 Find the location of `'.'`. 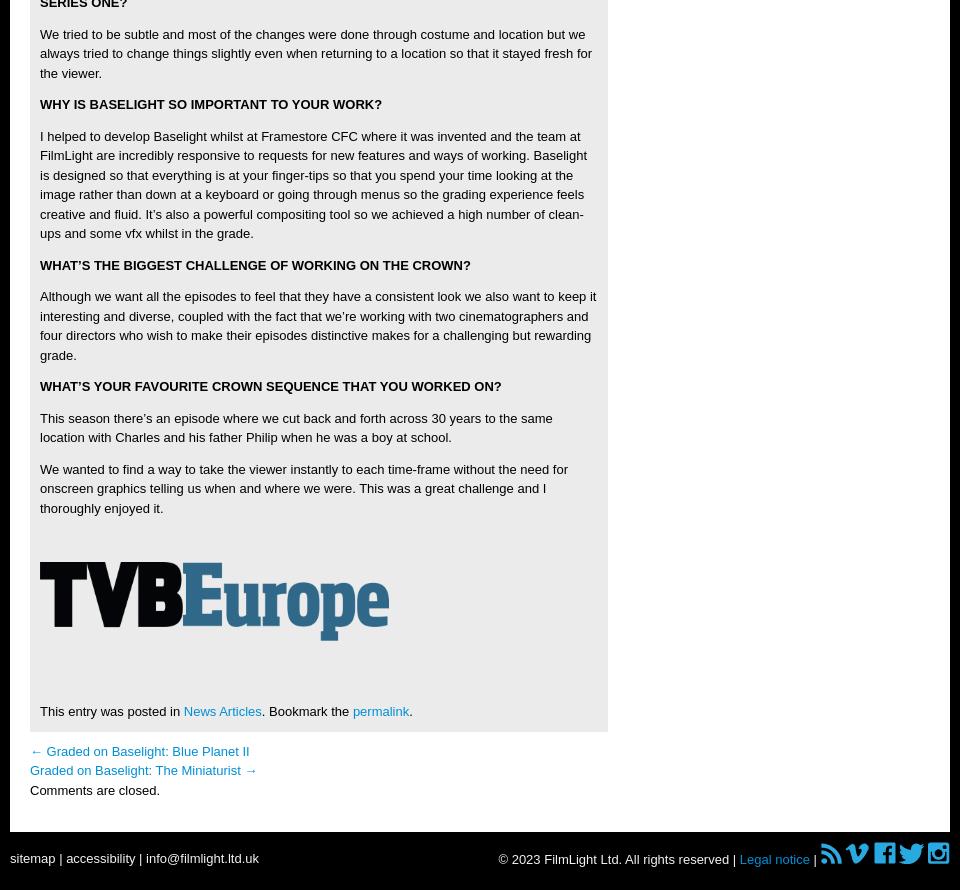

'.' is located at coordinates (409, 710).